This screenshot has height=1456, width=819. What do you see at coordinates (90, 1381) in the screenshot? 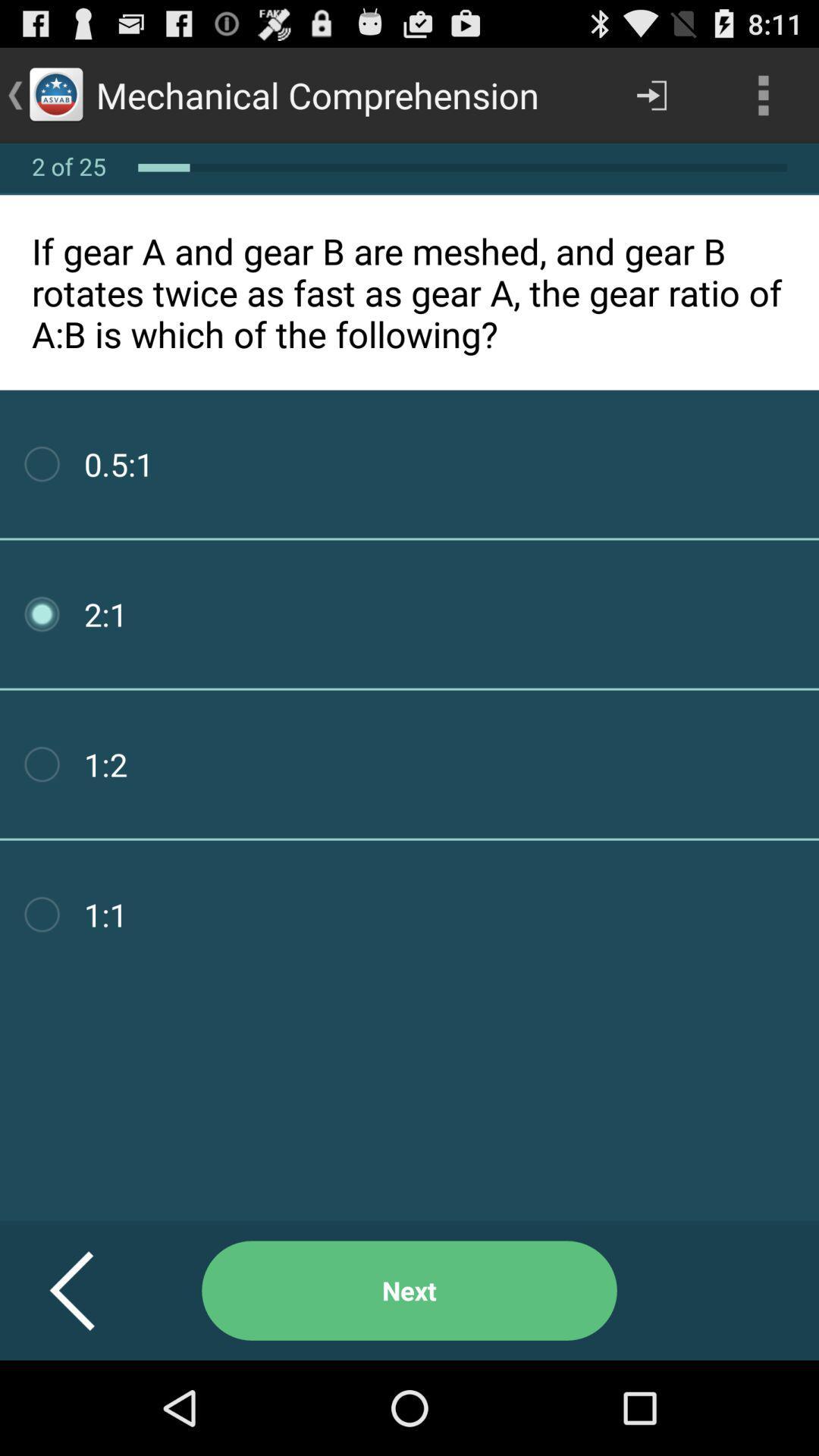
I see `the arrow_backward icon` at bounding box center [90, 1381].